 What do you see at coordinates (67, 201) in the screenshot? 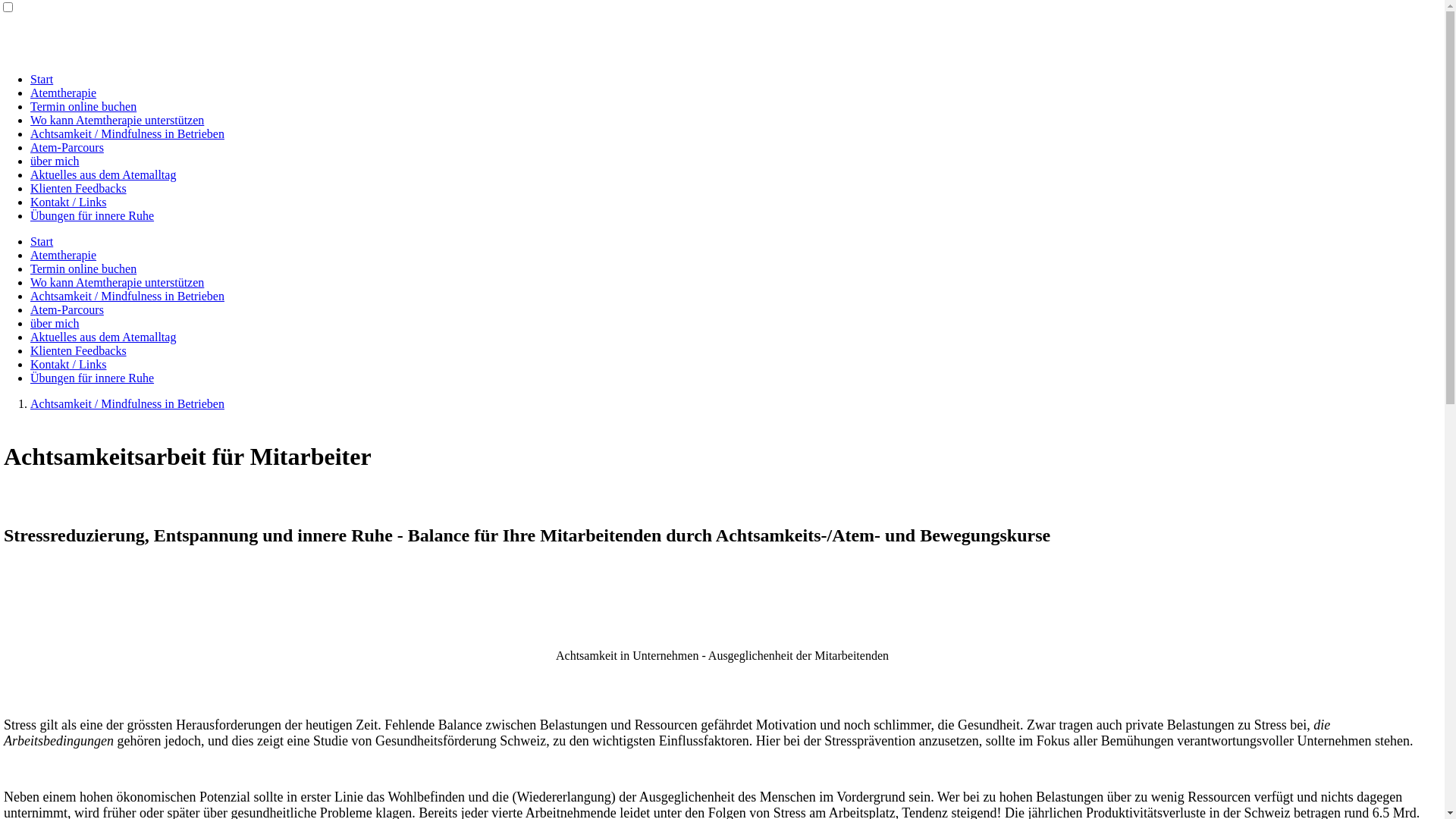
I see `'Kontakt / Links'` at bounding box center [67, 201].